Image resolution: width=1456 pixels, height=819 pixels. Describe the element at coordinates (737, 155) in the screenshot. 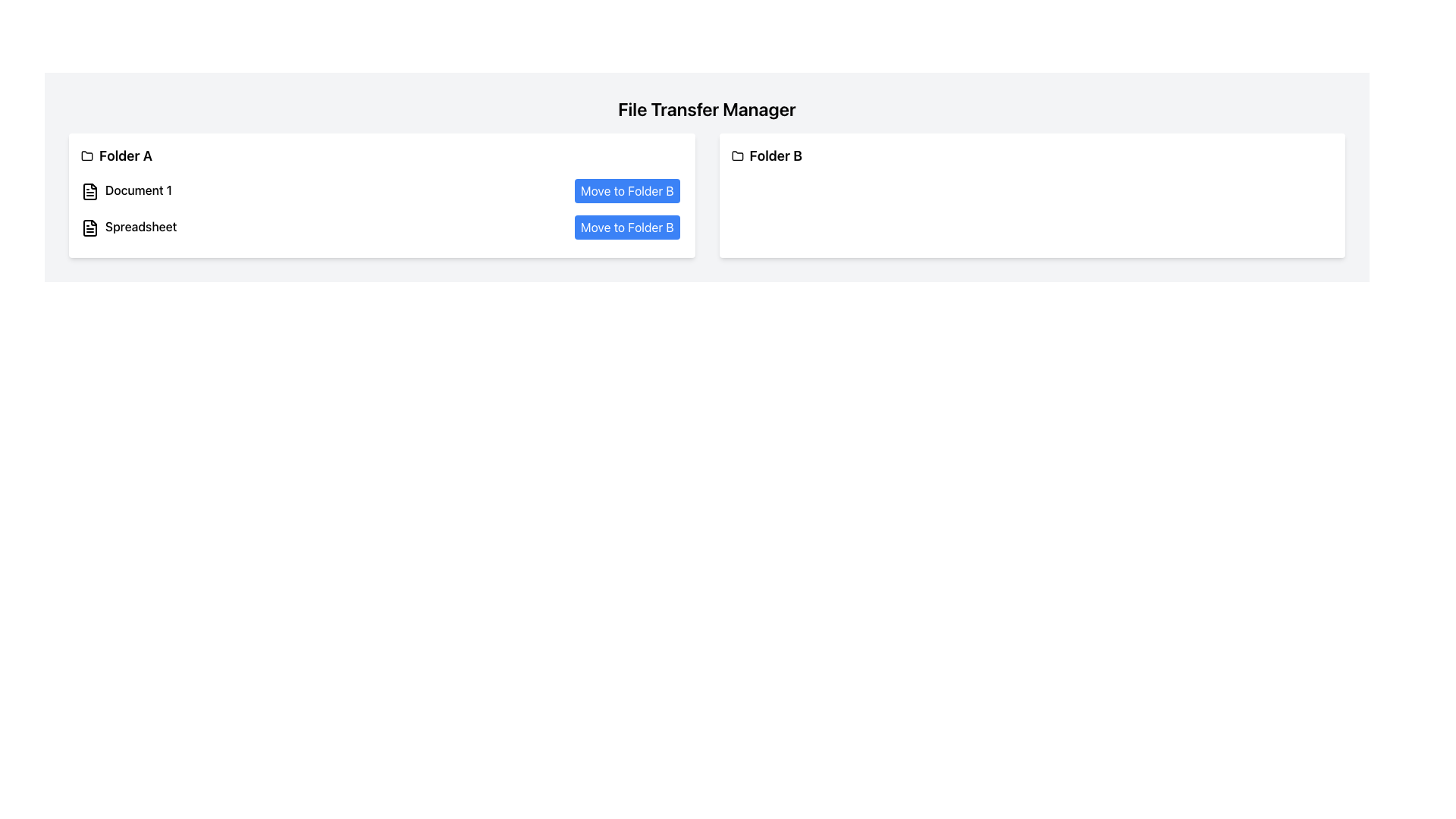

I see `the folder icon associated with the label 'Folder B', which is positioned directly to the left of the text in the right section of the interface` at that location.